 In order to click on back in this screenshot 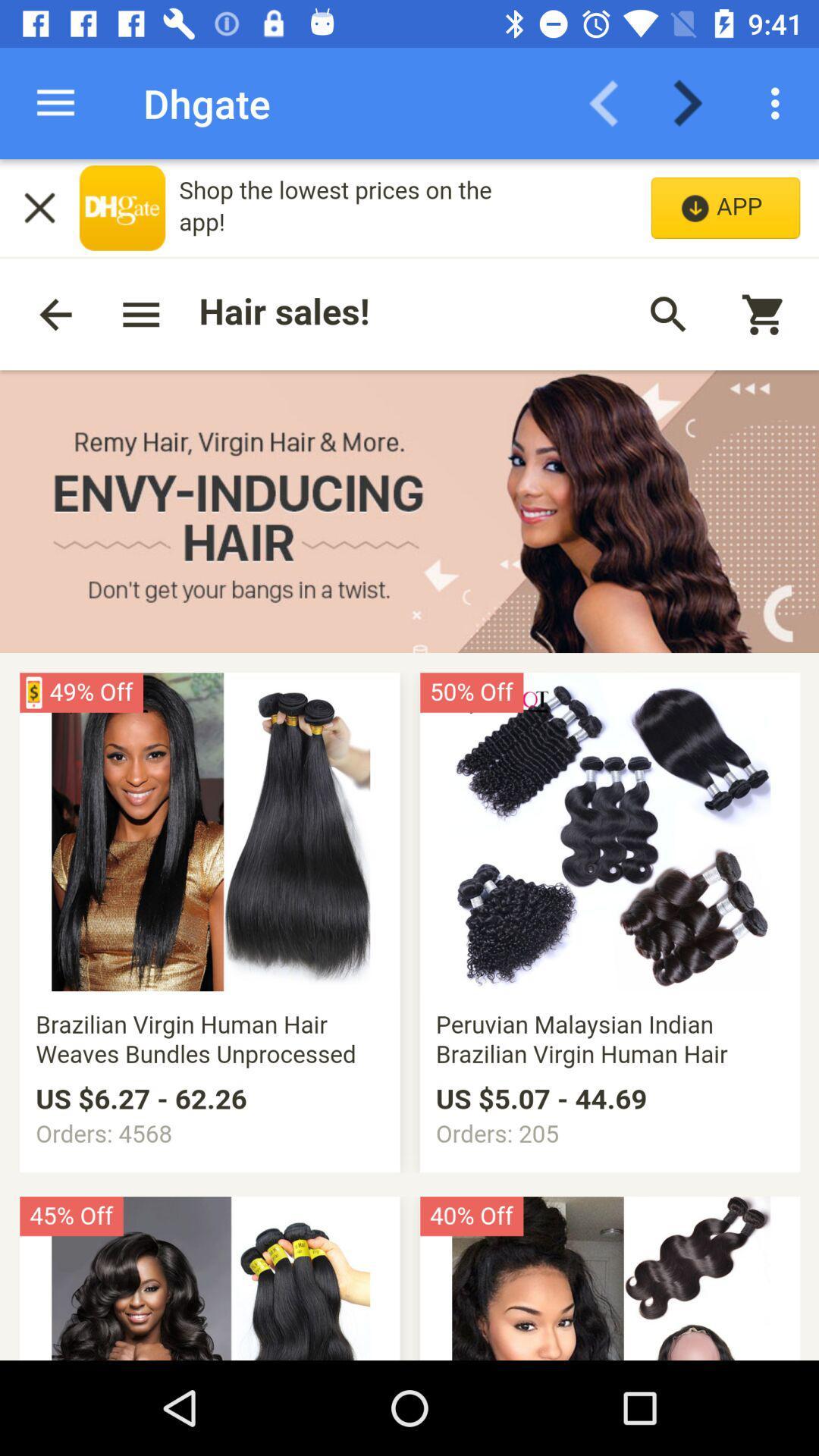, I will do `click(613, 102)`.